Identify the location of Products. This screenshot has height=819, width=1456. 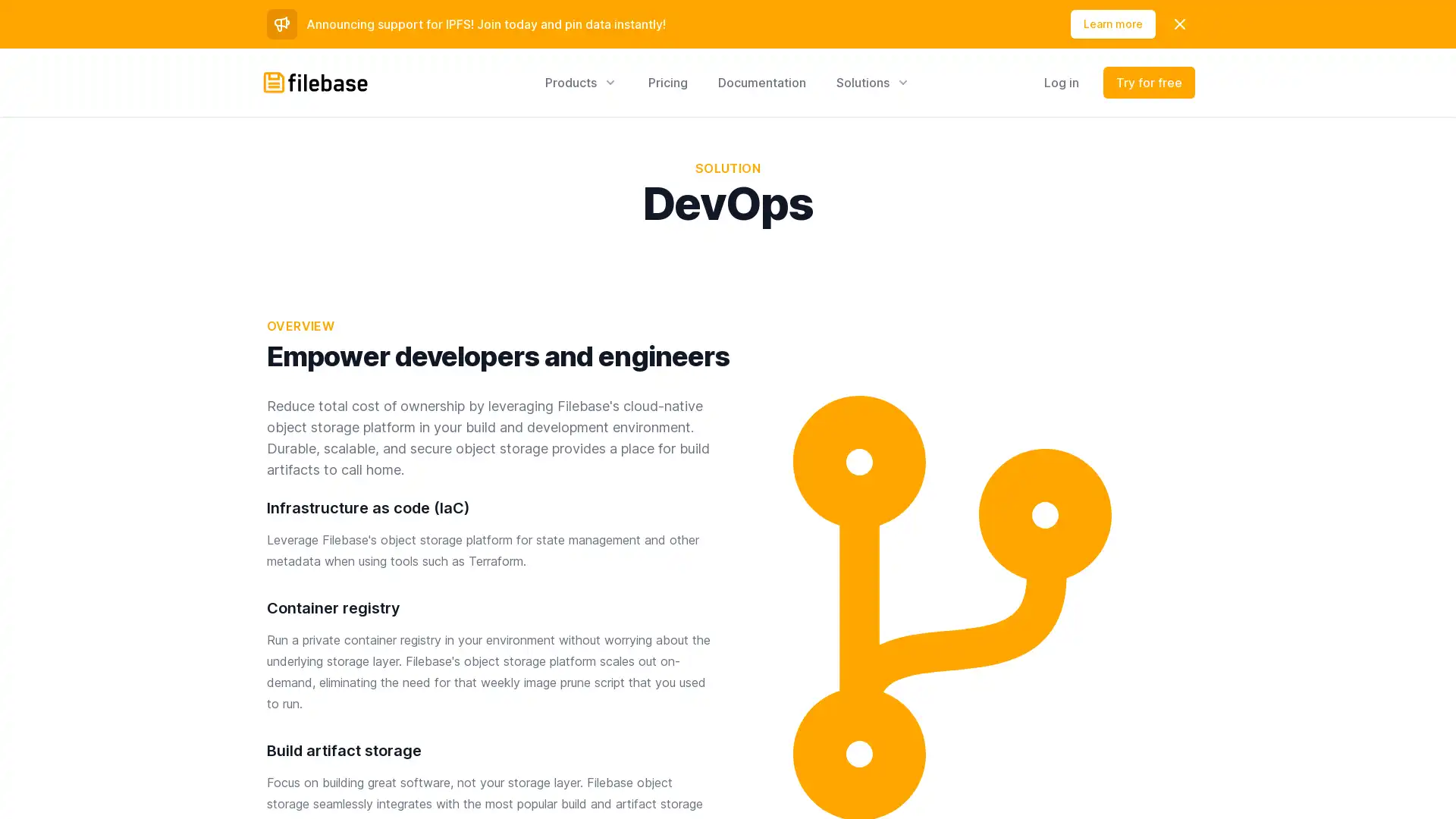
(581, 82).